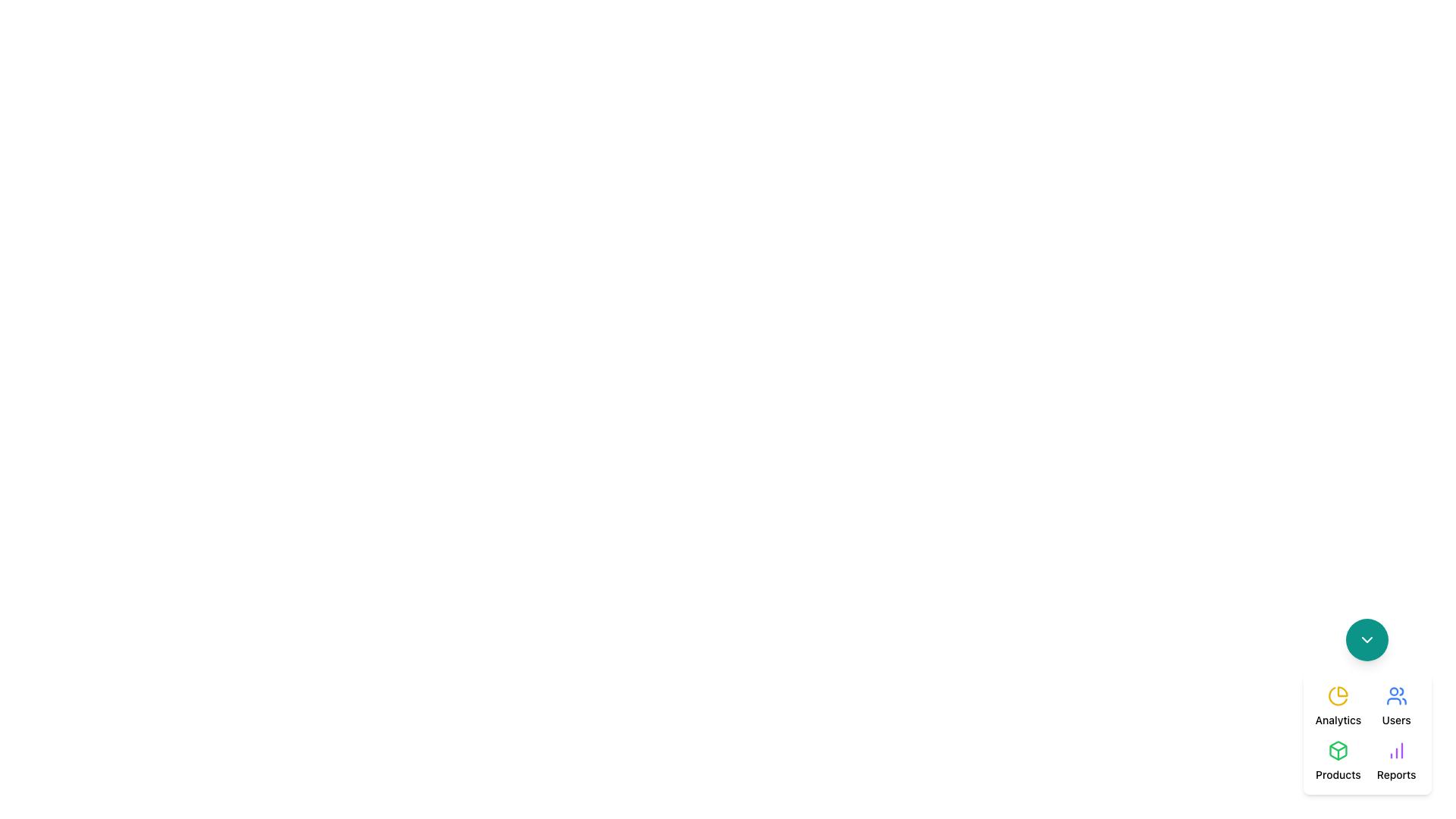  What do you see at coordinates (1395, 761) in the screenshot?
I see `the 'Reports' button with a bar chart icon` at bounding box center [1395, 761].